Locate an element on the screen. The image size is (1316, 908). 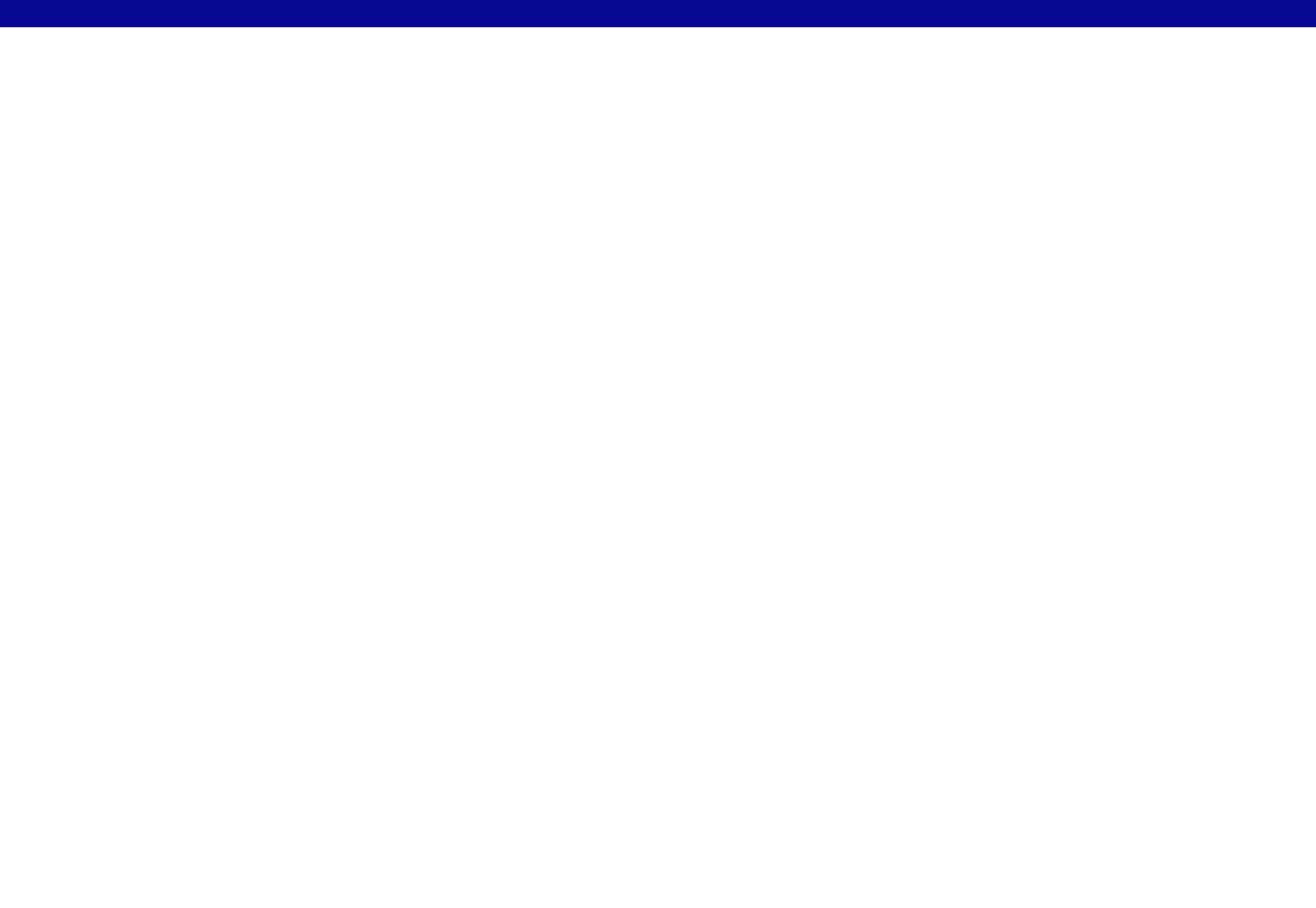
'Travel Grants' is located at coordinates (513, 22).